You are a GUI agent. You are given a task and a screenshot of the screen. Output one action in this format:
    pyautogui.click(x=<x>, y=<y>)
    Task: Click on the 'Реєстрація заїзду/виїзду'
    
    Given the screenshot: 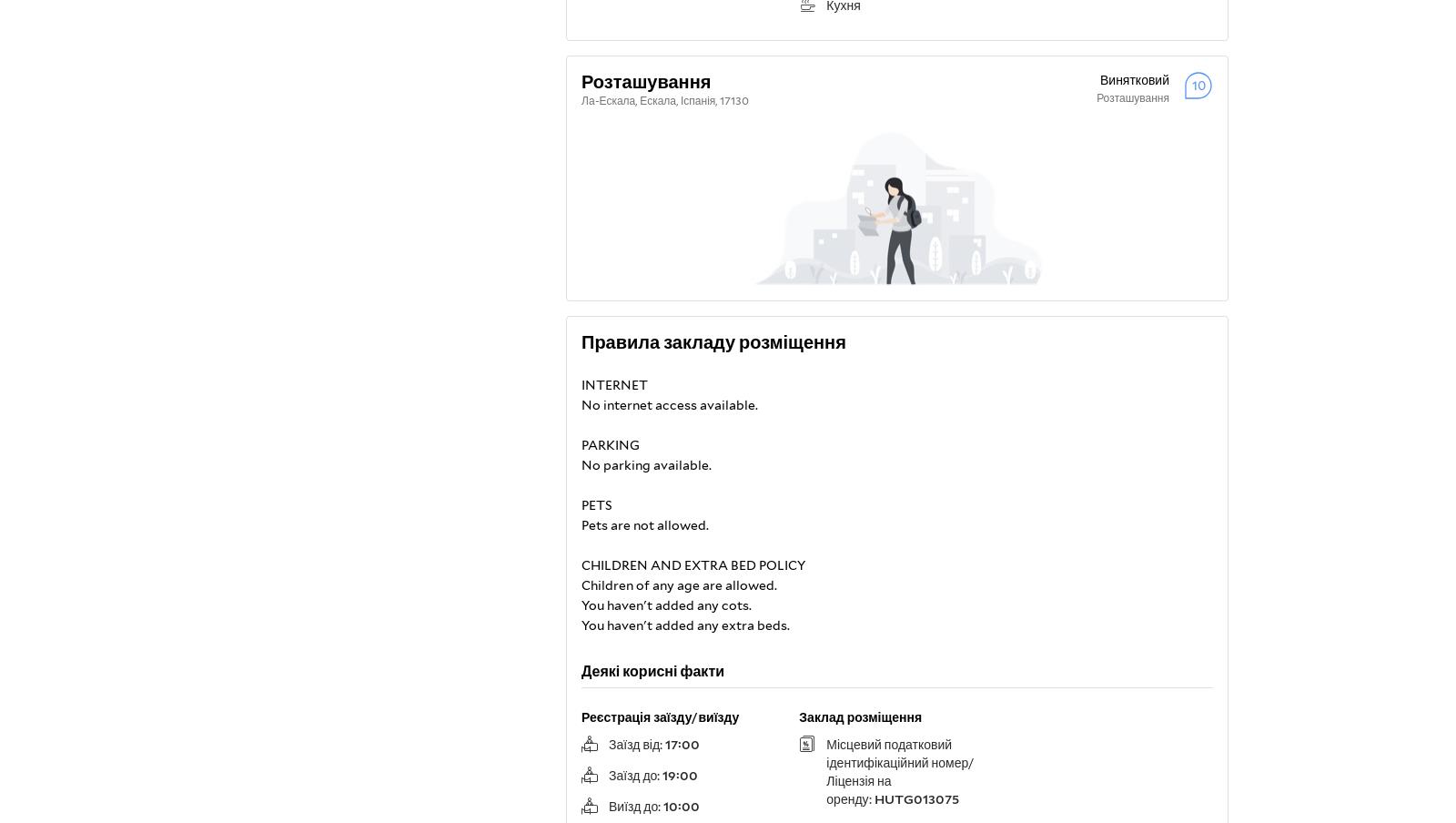 What is the action you would take?
    pyautogui.click(x=581, y=717)
    